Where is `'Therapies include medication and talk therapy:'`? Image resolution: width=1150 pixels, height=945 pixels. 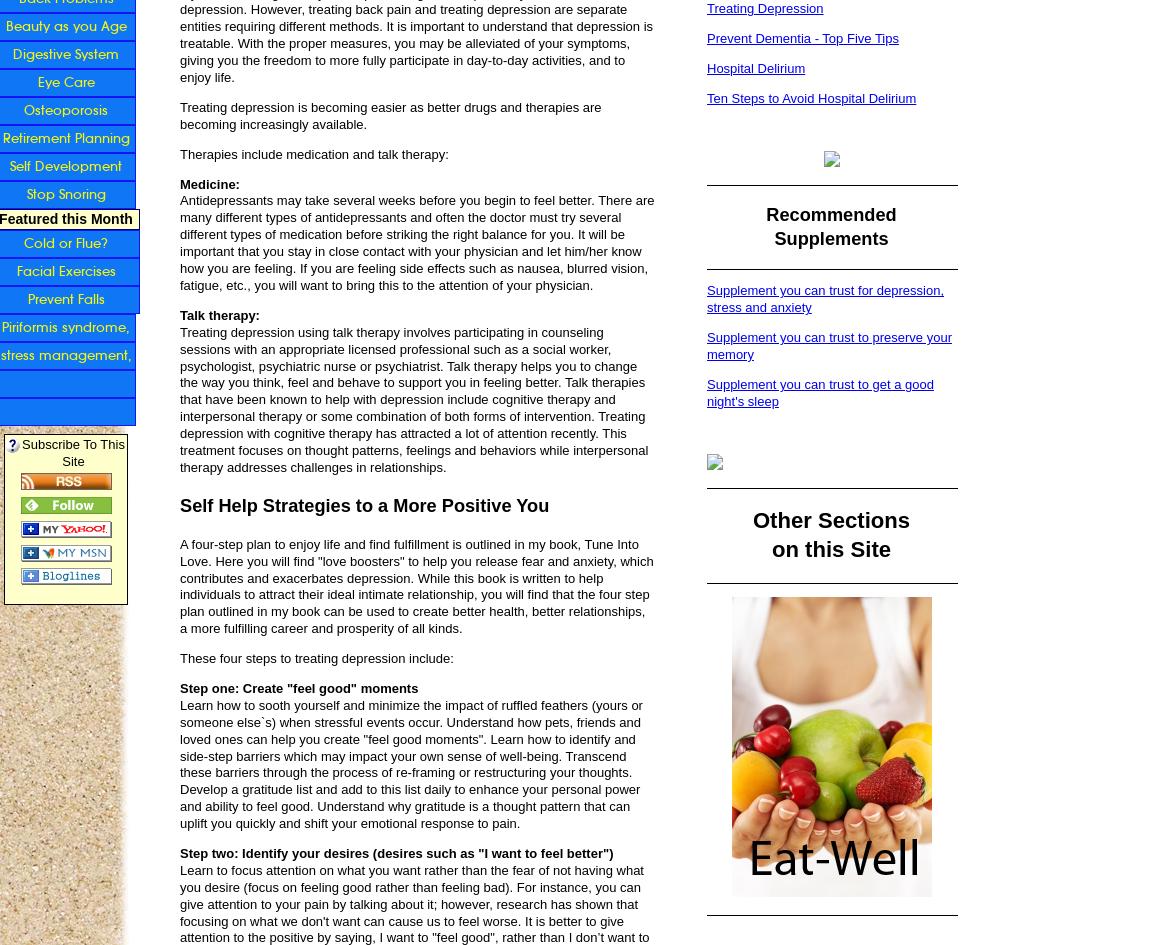 'Therapies include medication and talk therapy:' is located at coordinates (313, 153).